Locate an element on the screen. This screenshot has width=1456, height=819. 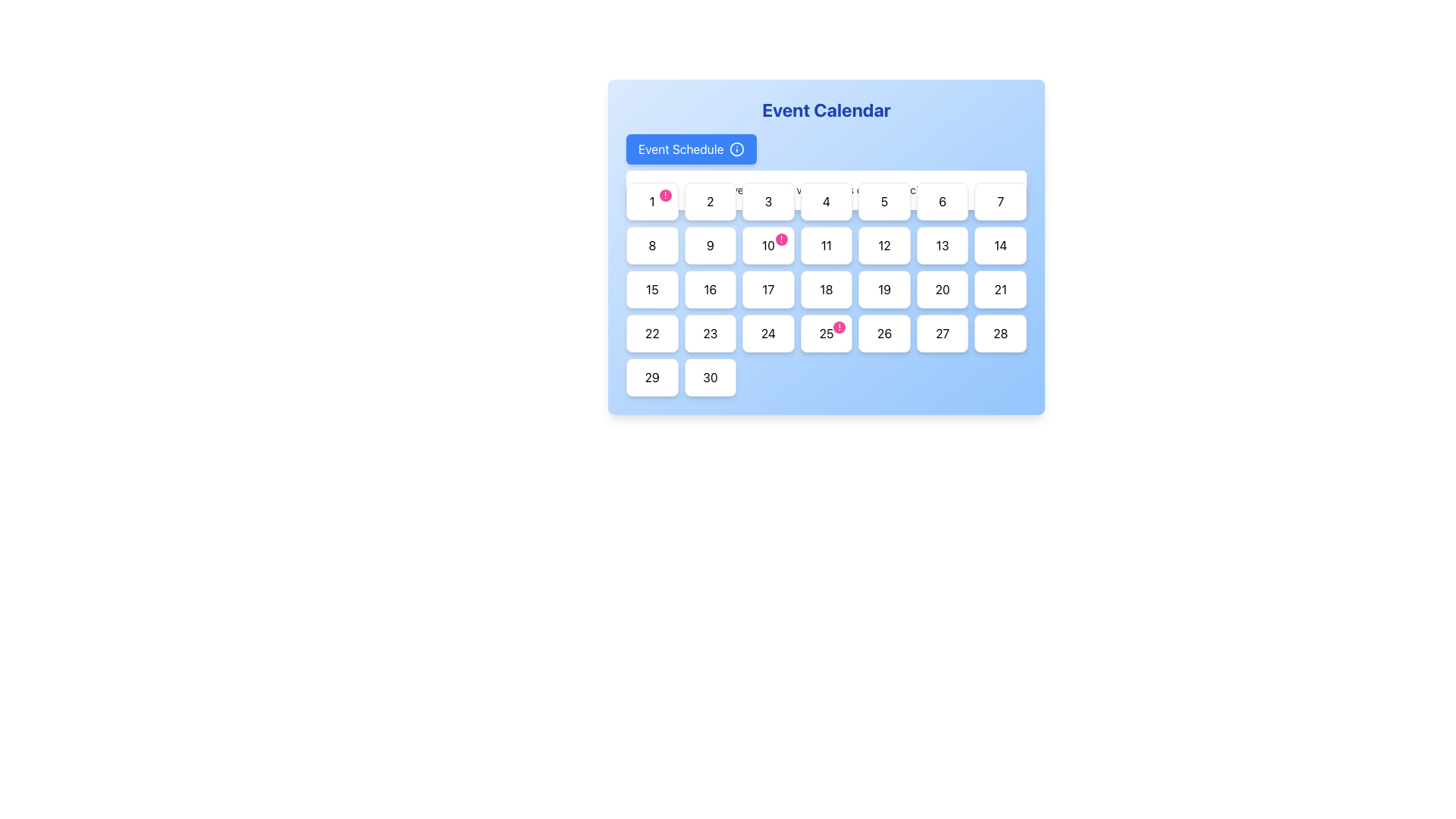
the calendar button that represents the day in the second column of the second row, located beneath the button labeled '2' and above the button labeled '16' is located at coordinates (709, 245).